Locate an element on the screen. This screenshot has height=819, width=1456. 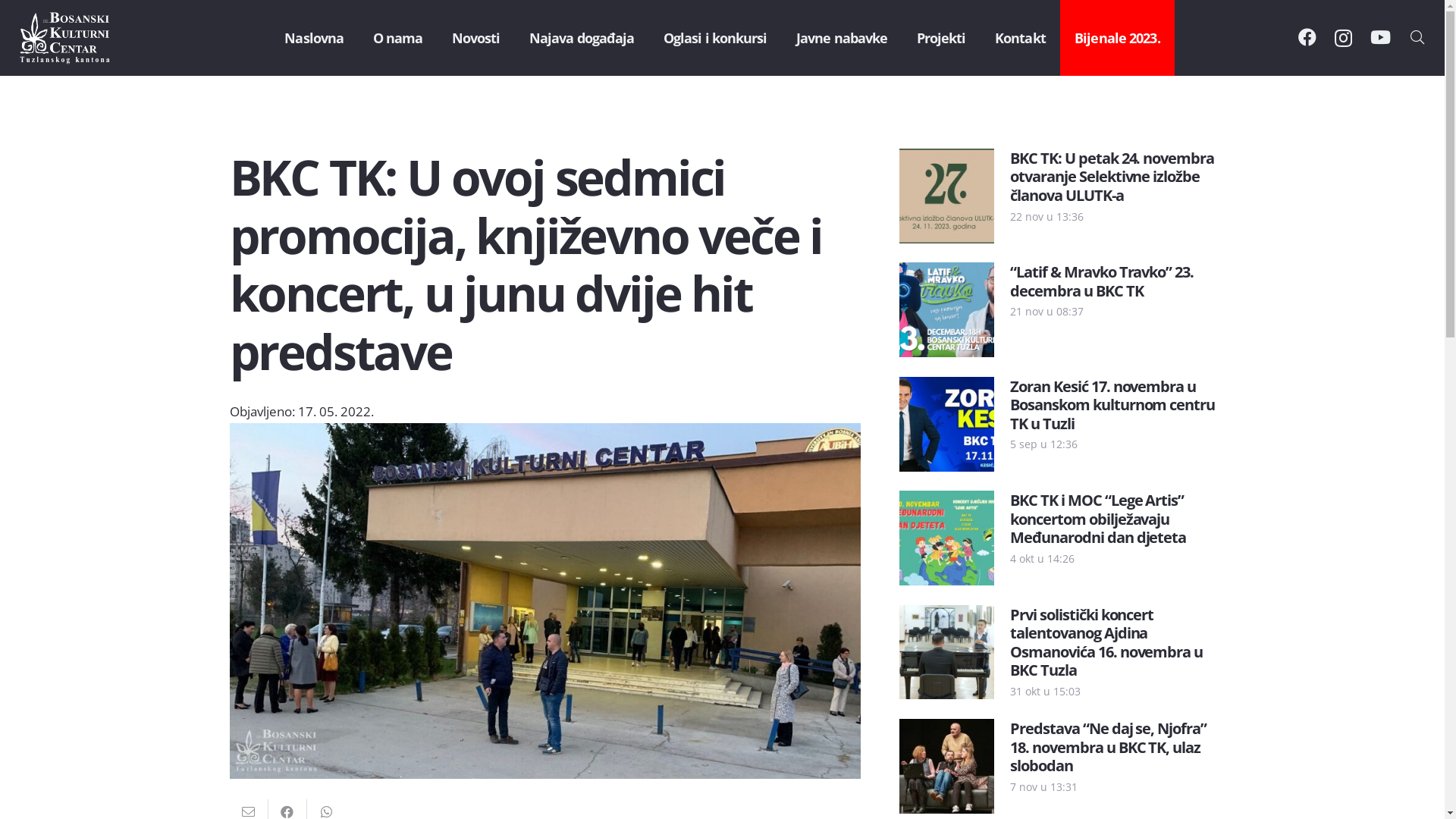
'Naslovna' is located at coordinates (312, 37).